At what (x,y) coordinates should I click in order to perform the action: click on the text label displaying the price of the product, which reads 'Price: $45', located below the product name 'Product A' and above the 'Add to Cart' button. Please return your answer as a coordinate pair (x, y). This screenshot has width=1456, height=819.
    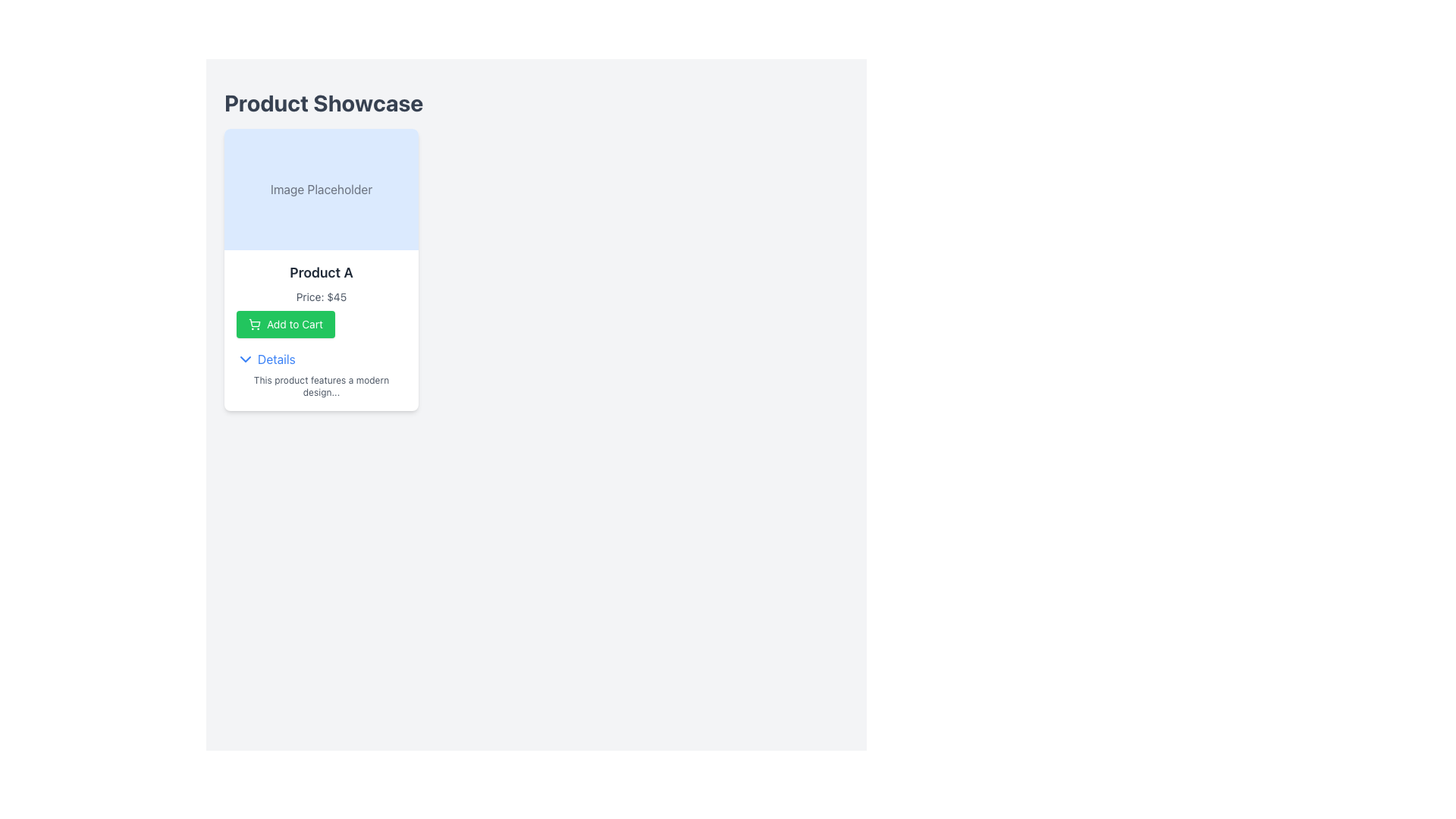
    Looking at the image, I should click on (320, 297).